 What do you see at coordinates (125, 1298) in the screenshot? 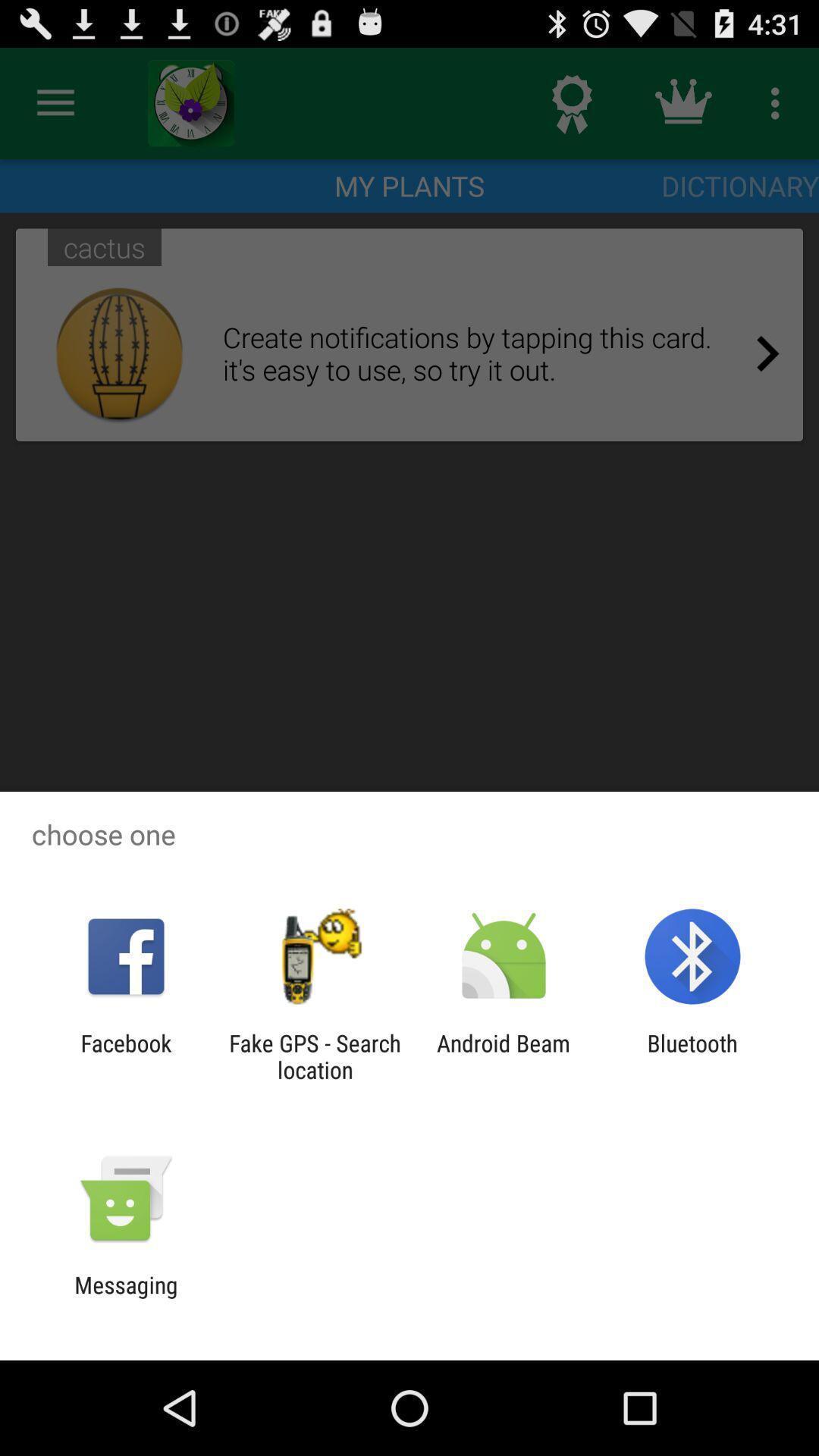
I see `messaging` at bounding box center [125, 1298].